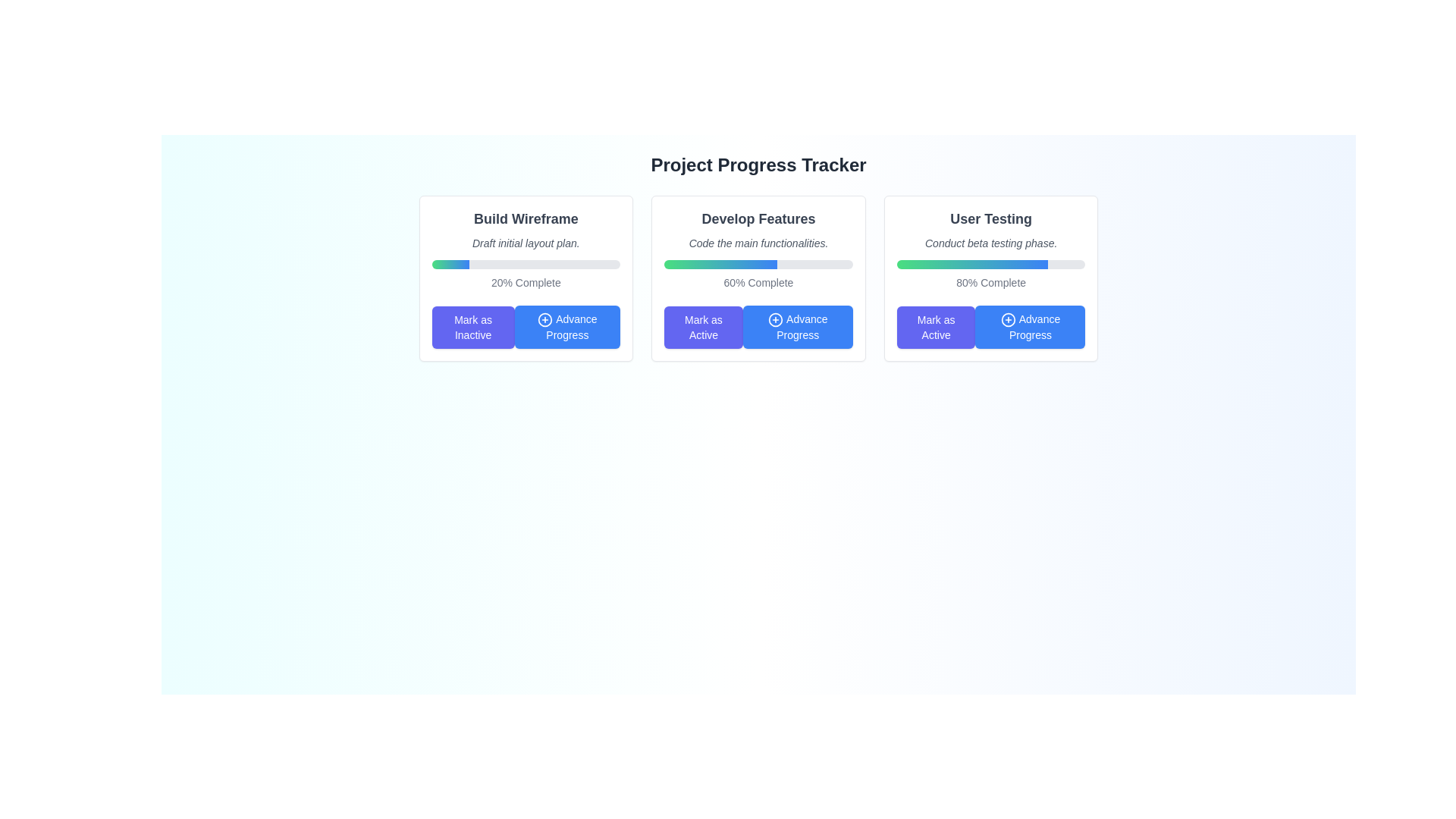 The height and width of the screenshot is (819, 1456). What do you see at coordinates (797, 326) in the screenshot?
I see `the button located in the 'Develop Features' section` at bounding box center [797, 326].